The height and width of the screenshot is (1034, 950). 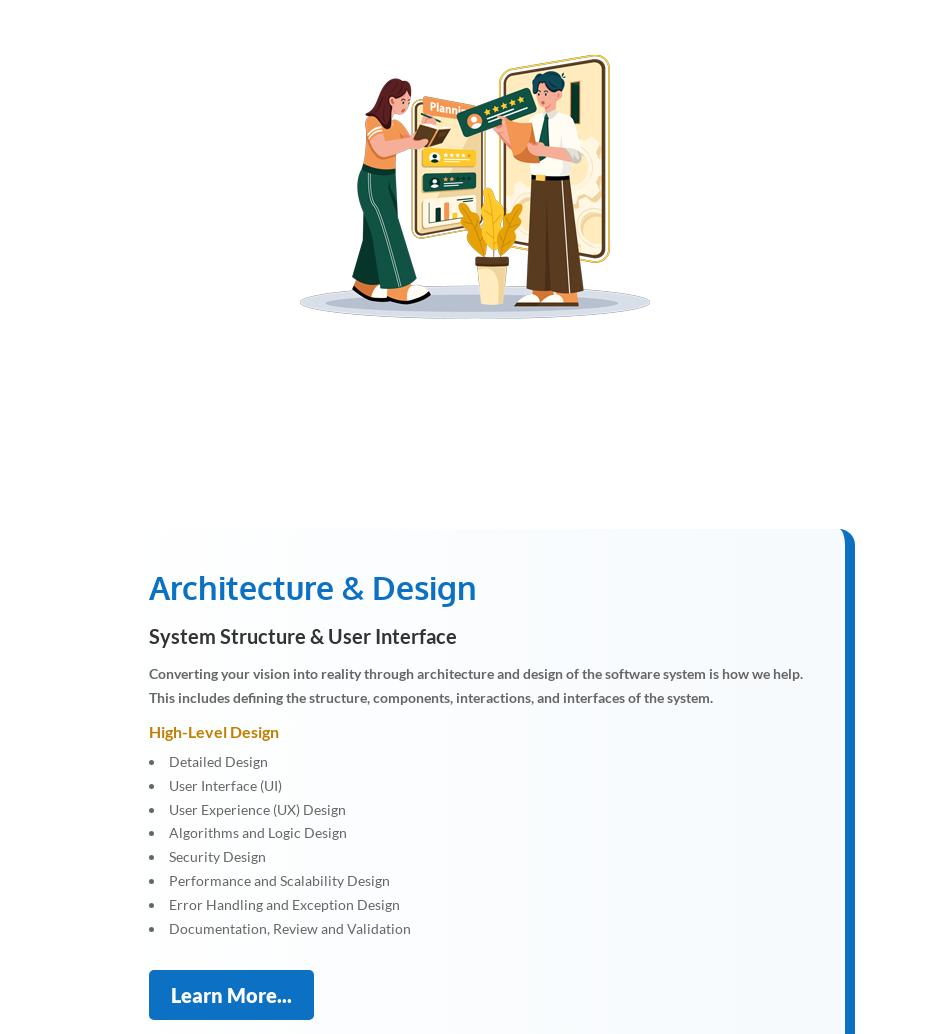 I want to click on 'v', so click(x=490, y=195).